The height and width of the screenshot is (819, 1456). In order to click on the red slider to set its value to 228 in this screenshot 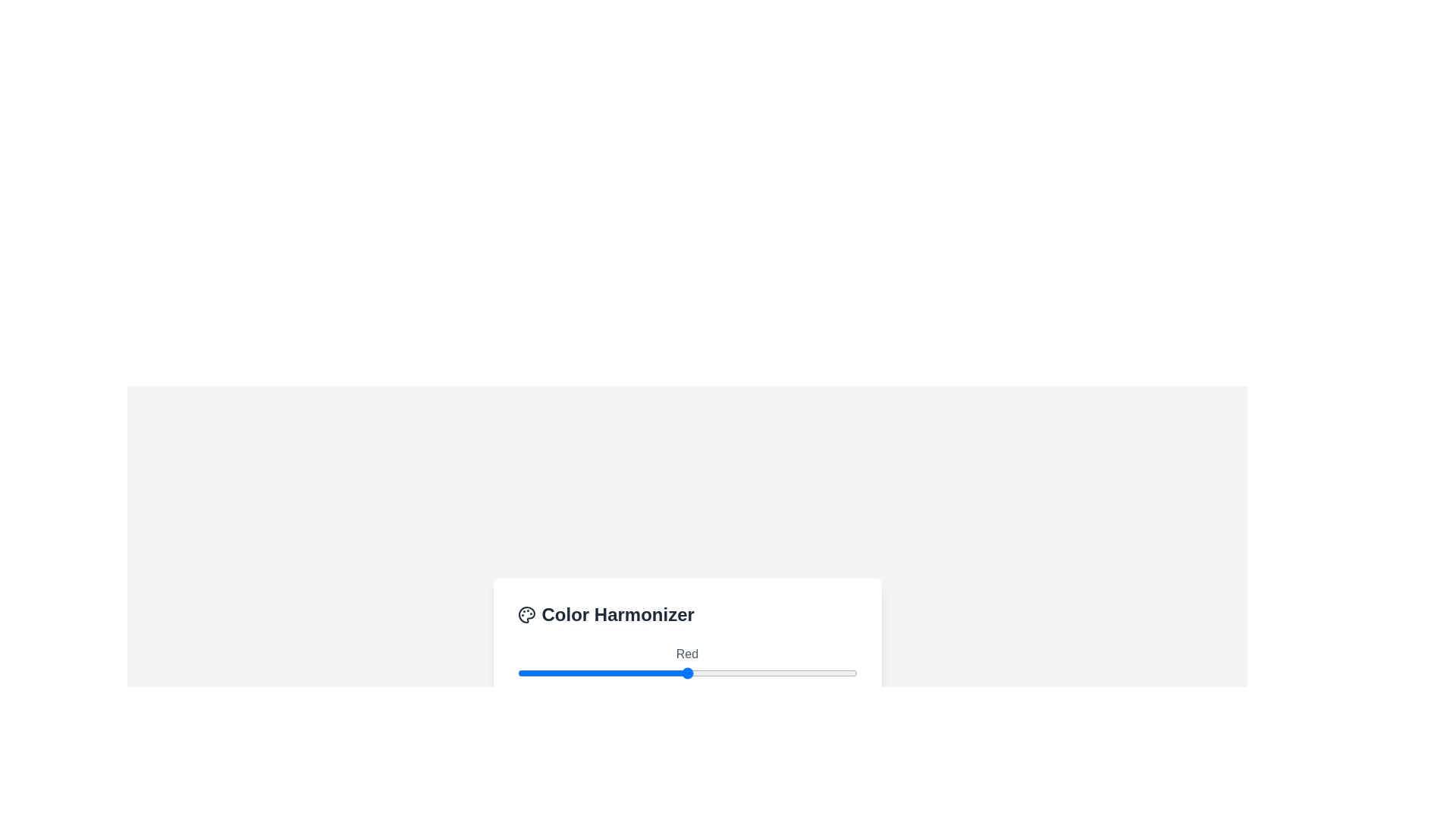, I will do `click(821, 672)`.